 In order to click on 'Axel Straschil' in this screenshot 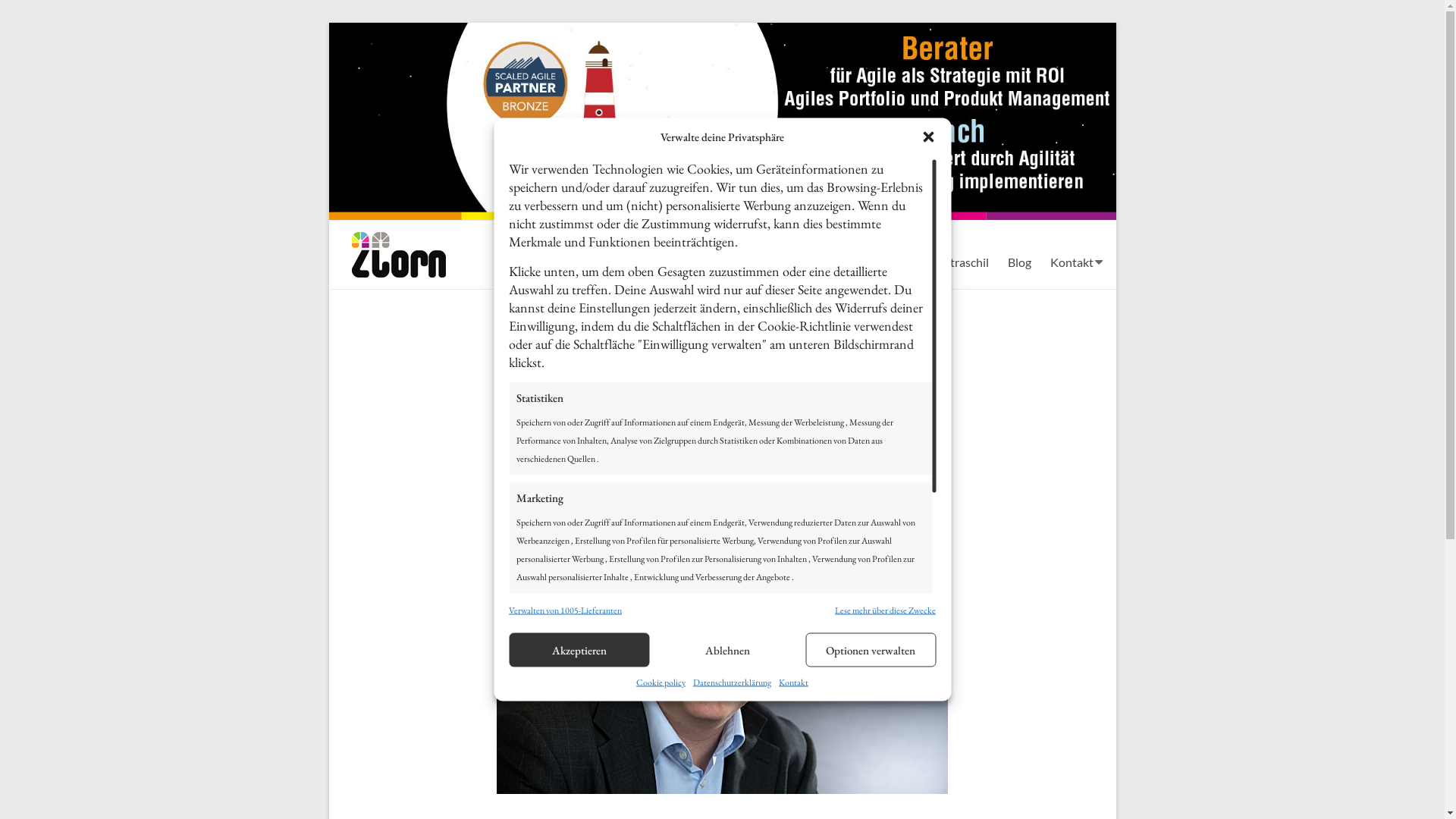, I will do `click(952, 260)`.